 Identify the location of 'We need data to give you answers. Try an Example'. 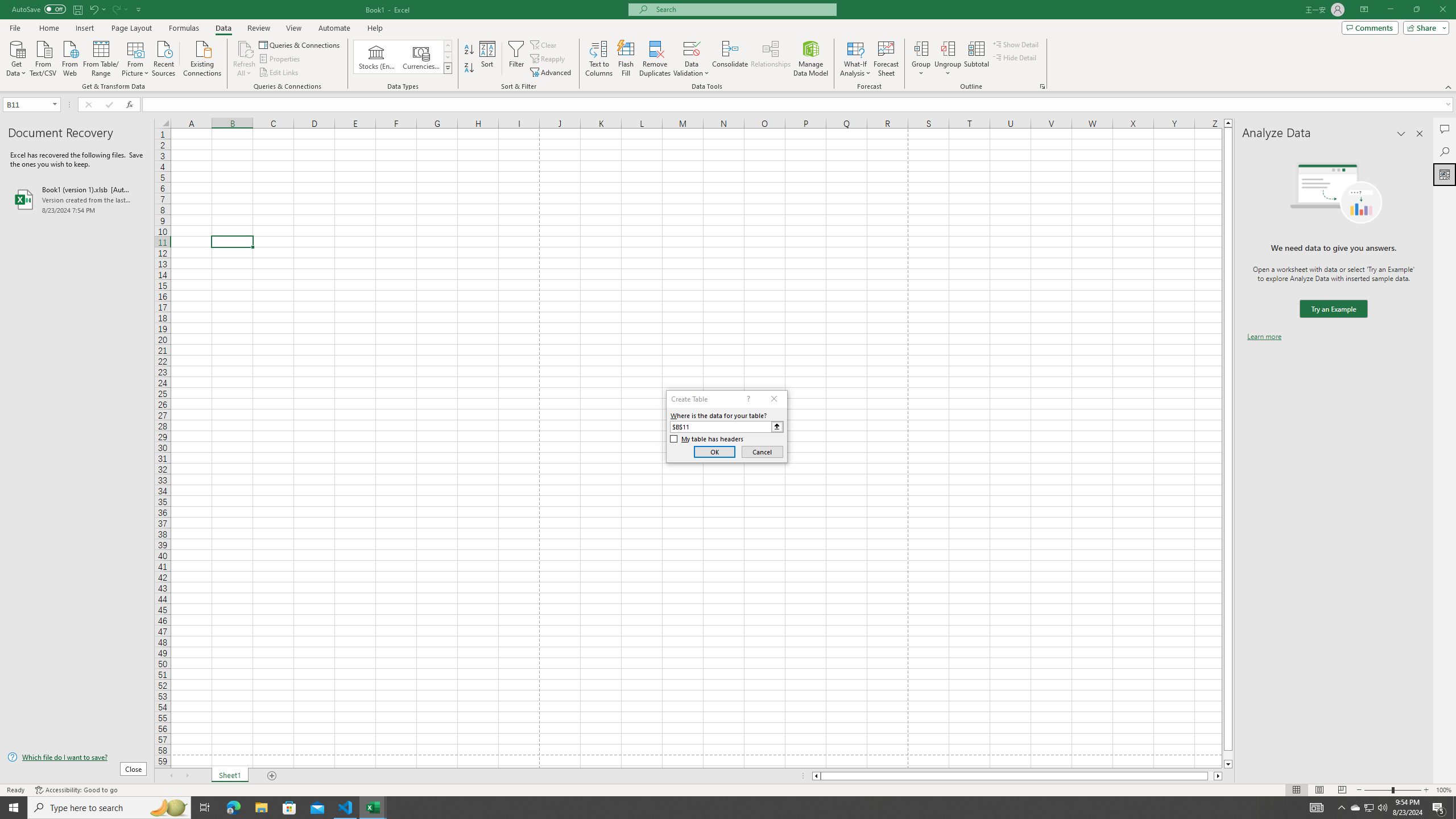
(1333, 309).